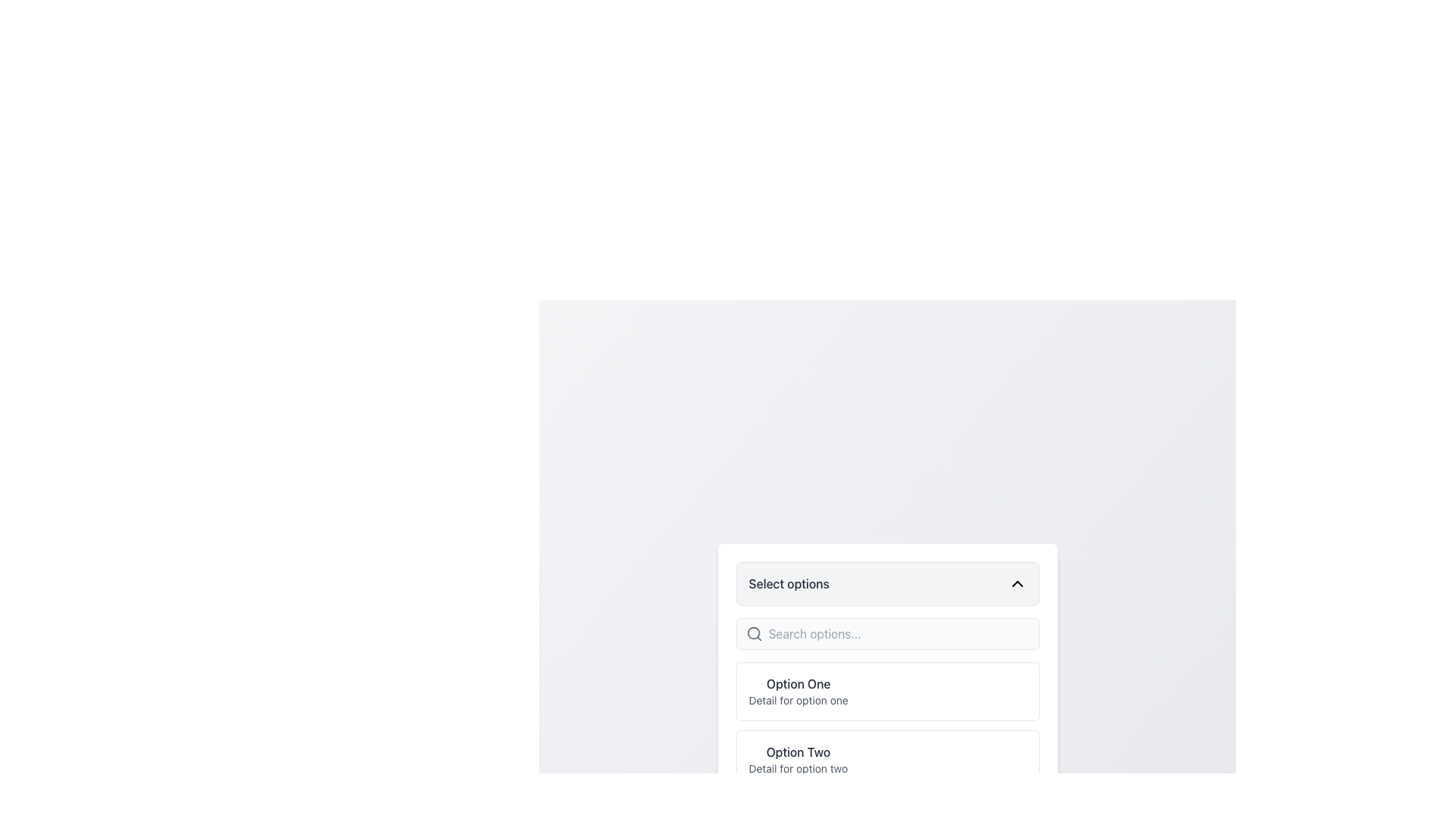  I want to click on the first selectable list item in the dropdown menu, so click(887, 691).